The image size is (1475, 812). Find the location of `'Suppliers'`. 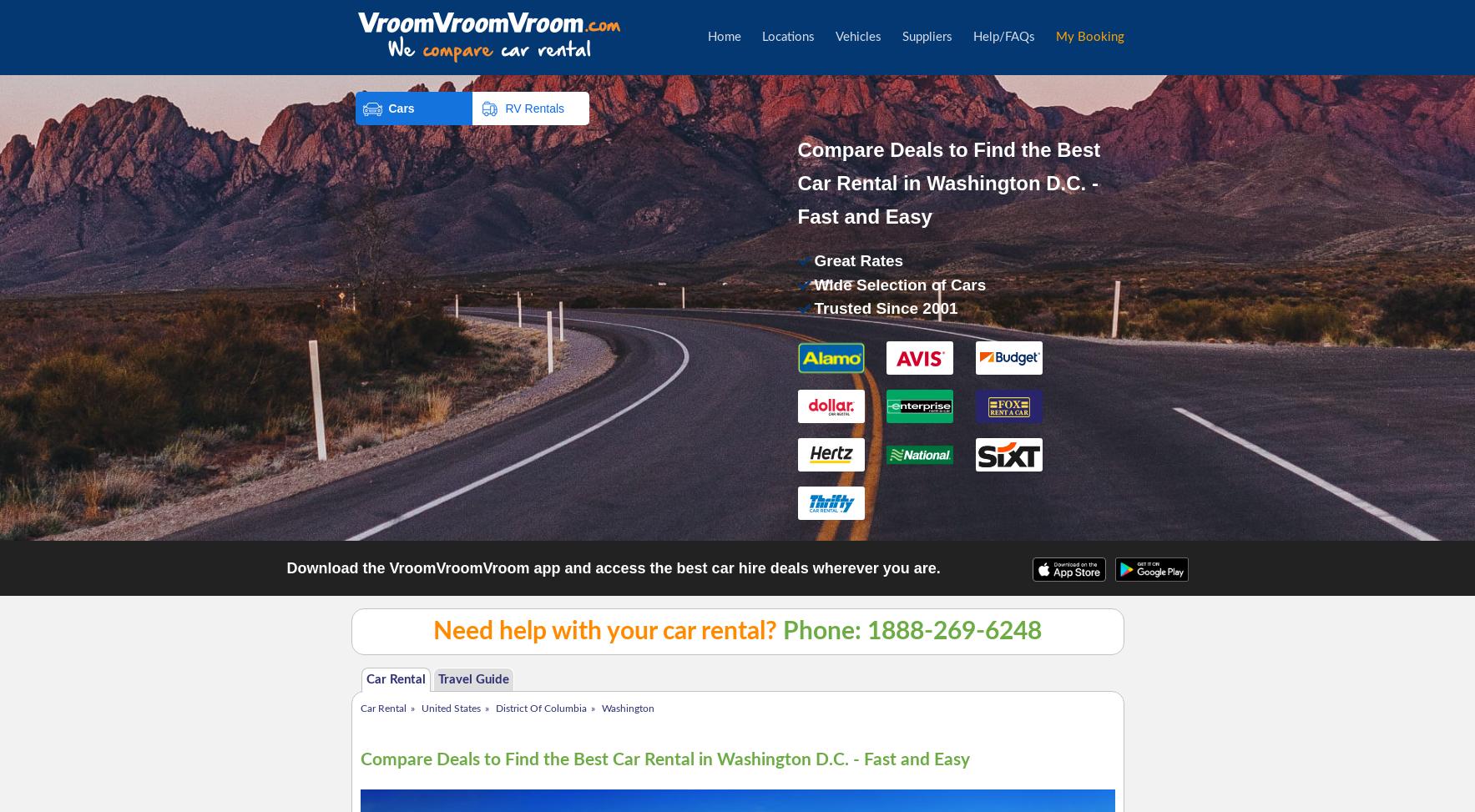

'Suppliers' is located at coordinates (927, 37).